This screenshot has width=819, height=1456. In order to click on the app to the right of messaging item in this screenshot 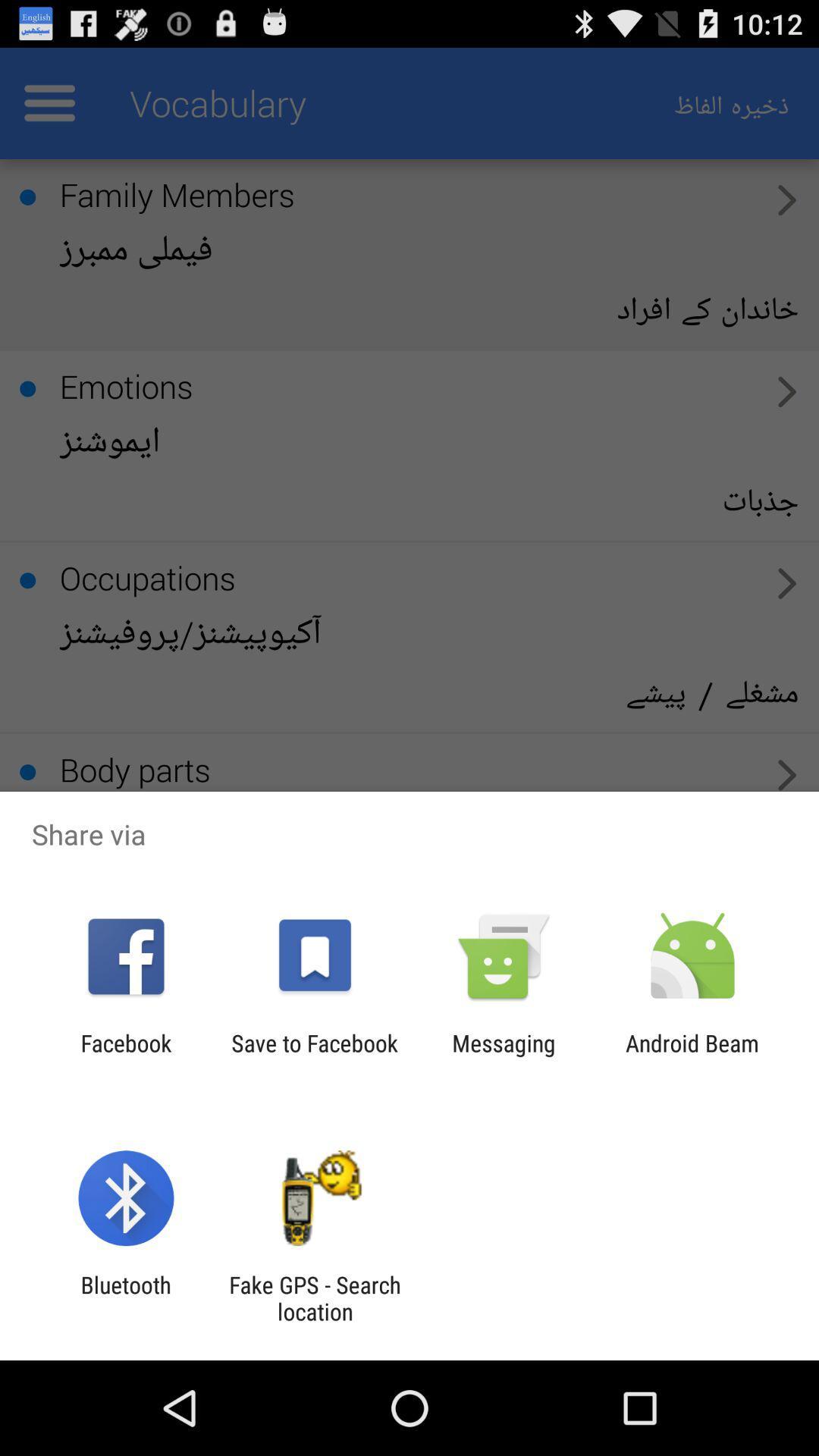, I will do `click(692, 1056)`.